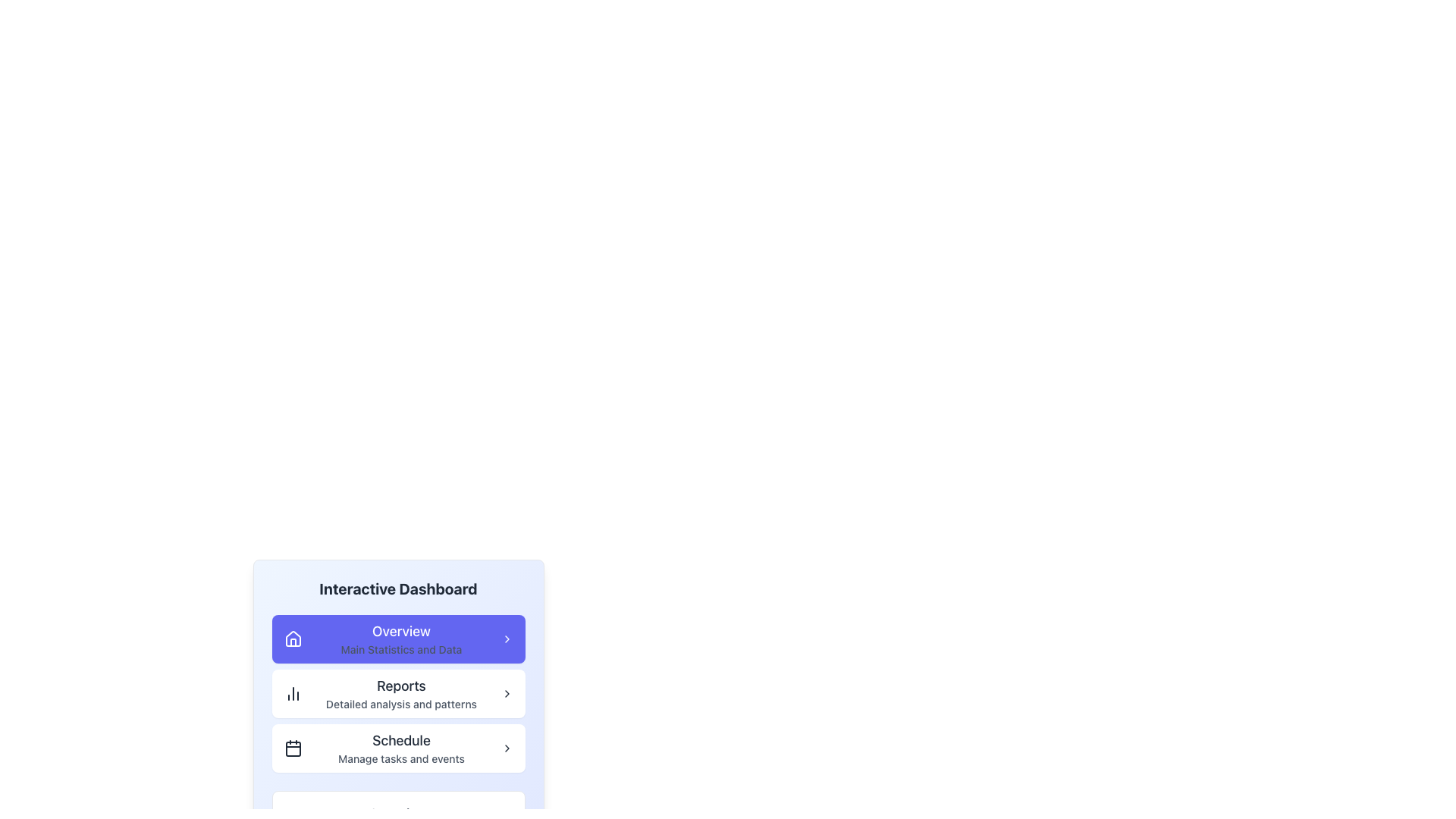 The height and width of the screenshot is (819, 1456). What do you see at coordinates (401, 759) in the screenshot?
I see `the subtitle text 'Manage tasks and events' which appears below the 'Schedule' text in the sidebar menu of the Interactive Dashboard` at bounding box center [401, 759].